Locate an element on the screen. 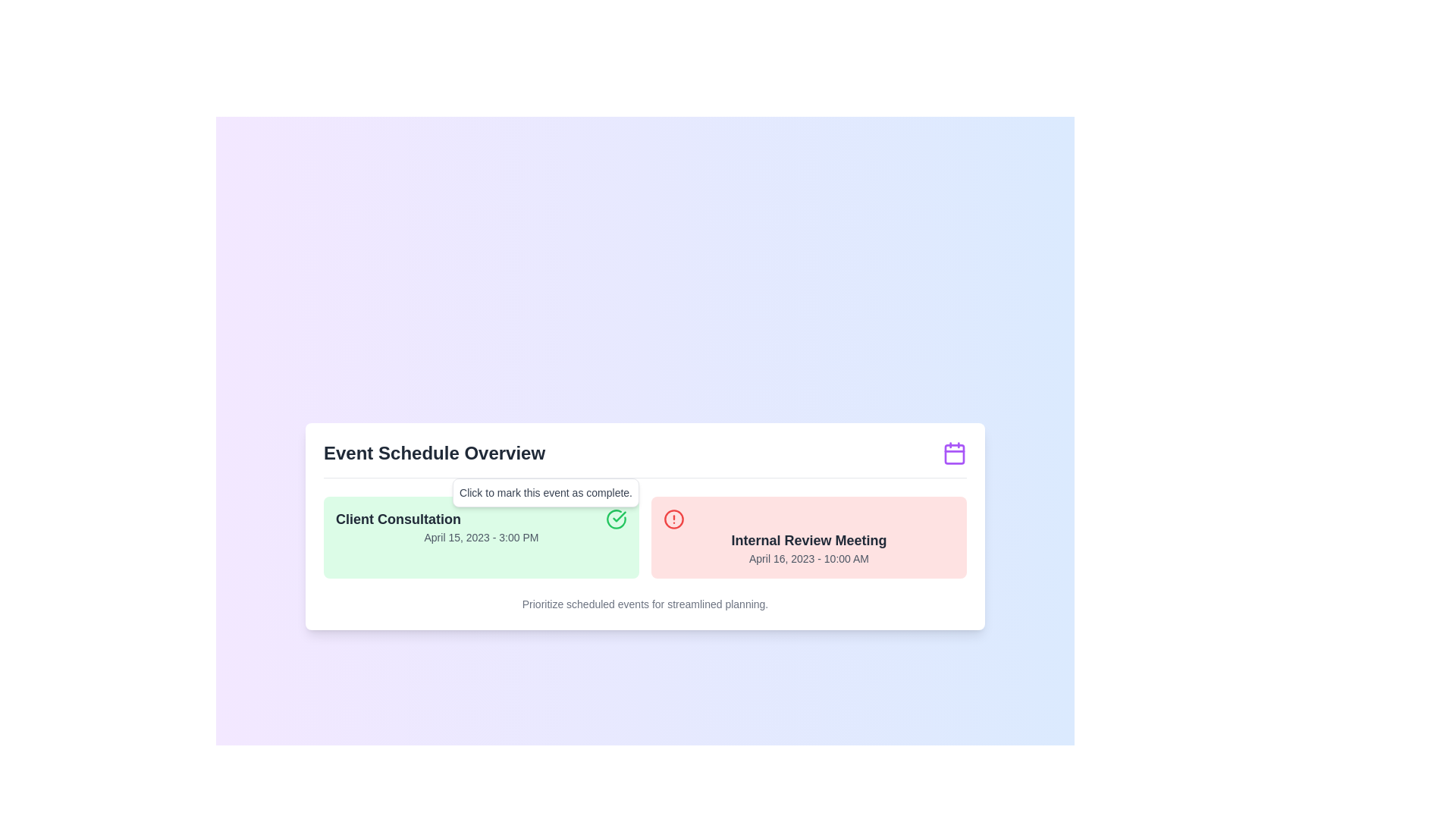 The image size is (1456, 819). the bold text label displaying 'Client Consultation' which is styled in a large font size and located in the upper-left quadrant of the light green section under 'Event Schedule Overview' is located at coordinates (398, 518).